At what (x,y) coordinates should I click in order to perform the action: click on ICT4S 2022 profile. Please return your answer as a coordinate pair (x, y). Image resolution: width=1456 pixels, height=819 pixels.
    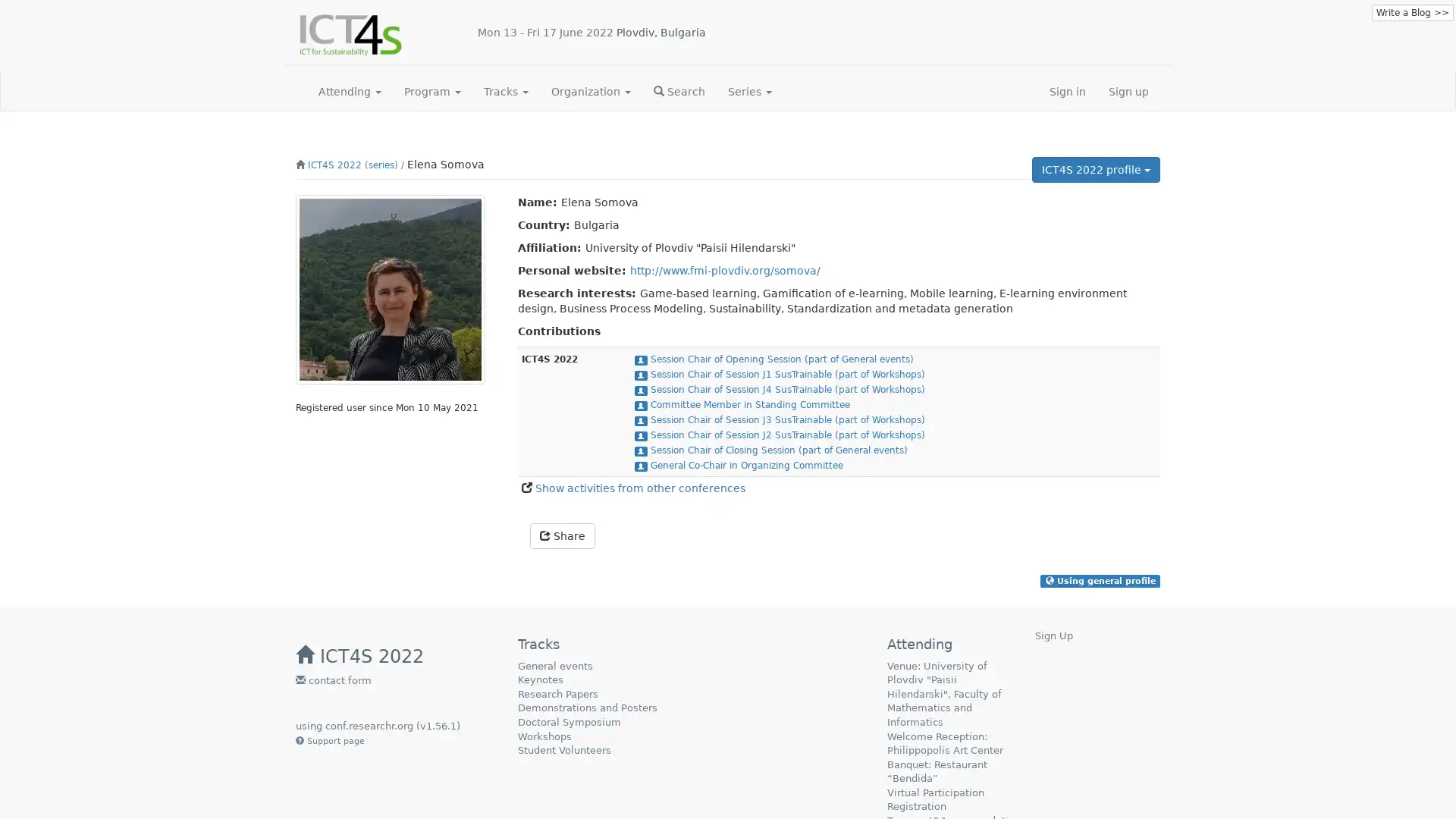
    Looking at the image, I should click on (1096, 169).